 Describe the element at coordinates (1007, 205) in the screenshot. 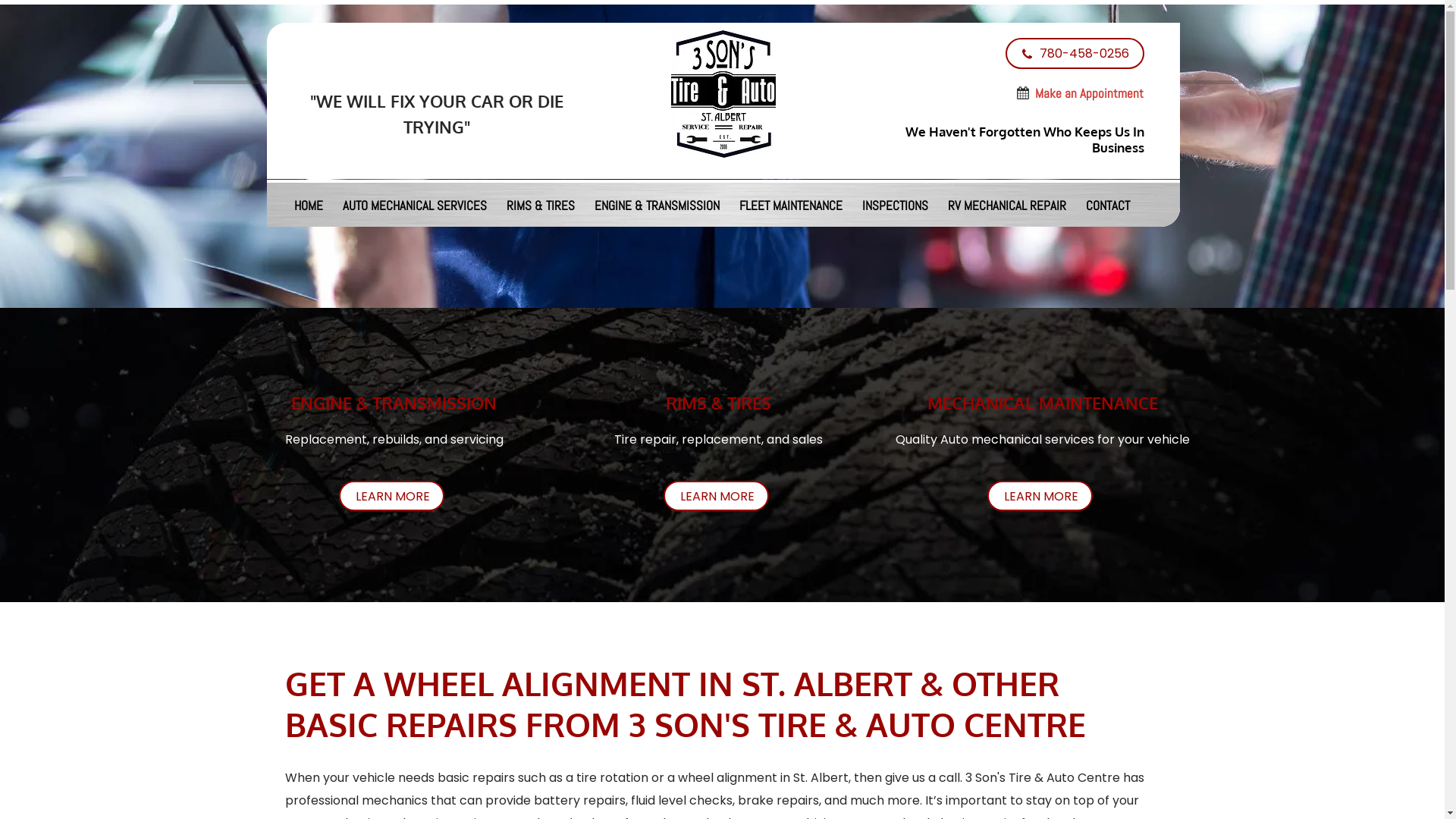

I see `'RV MECHANICAL REPAIR'` at that location.